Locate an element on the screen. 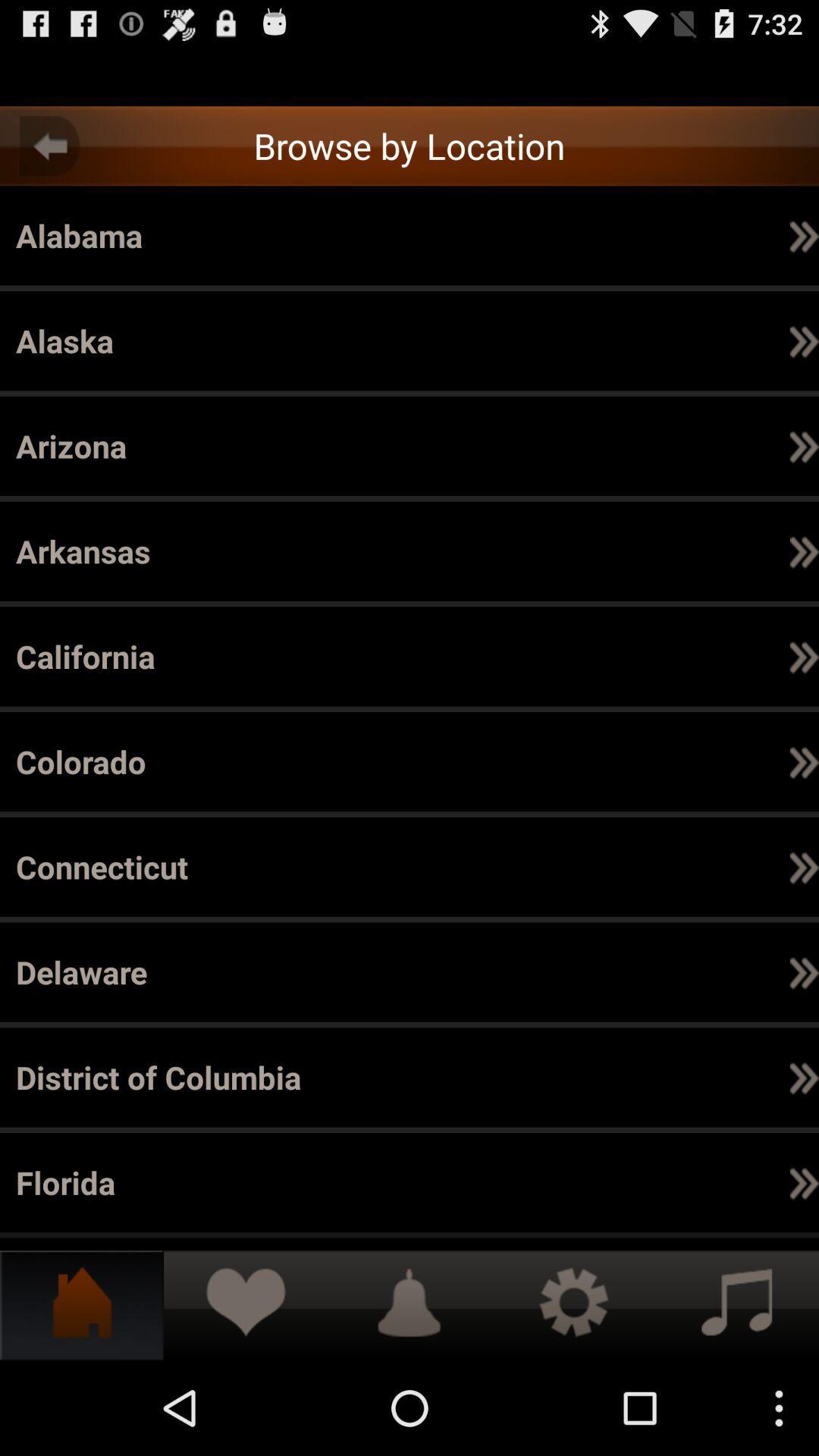 The image size is (819, 1456). the icon below is located at coordinates (803, 1181).